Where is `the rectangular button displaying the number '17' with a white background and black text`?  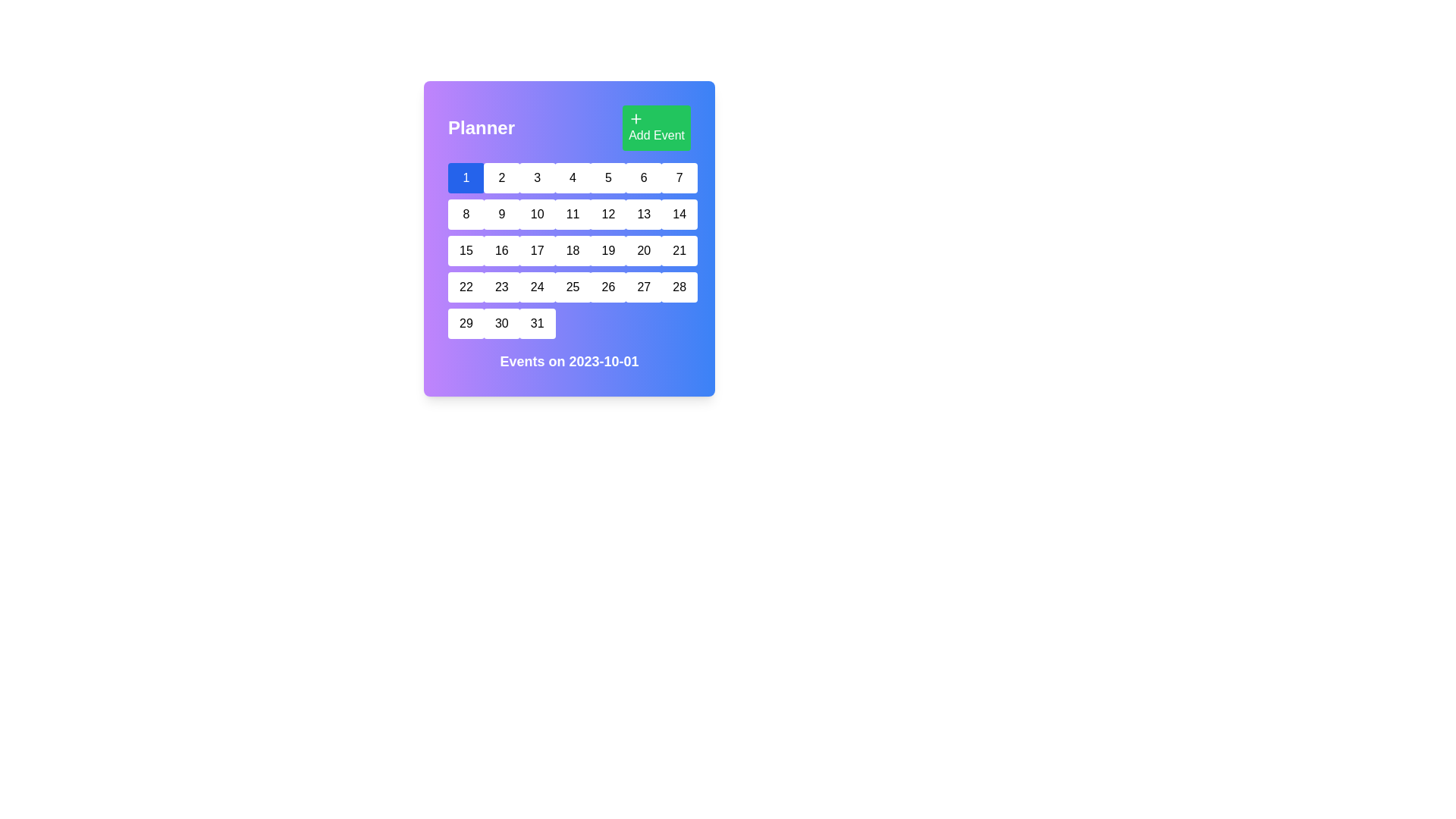
the rectangular button displaying the number '17' with a white background and black text is located at coordinates (537, 250).